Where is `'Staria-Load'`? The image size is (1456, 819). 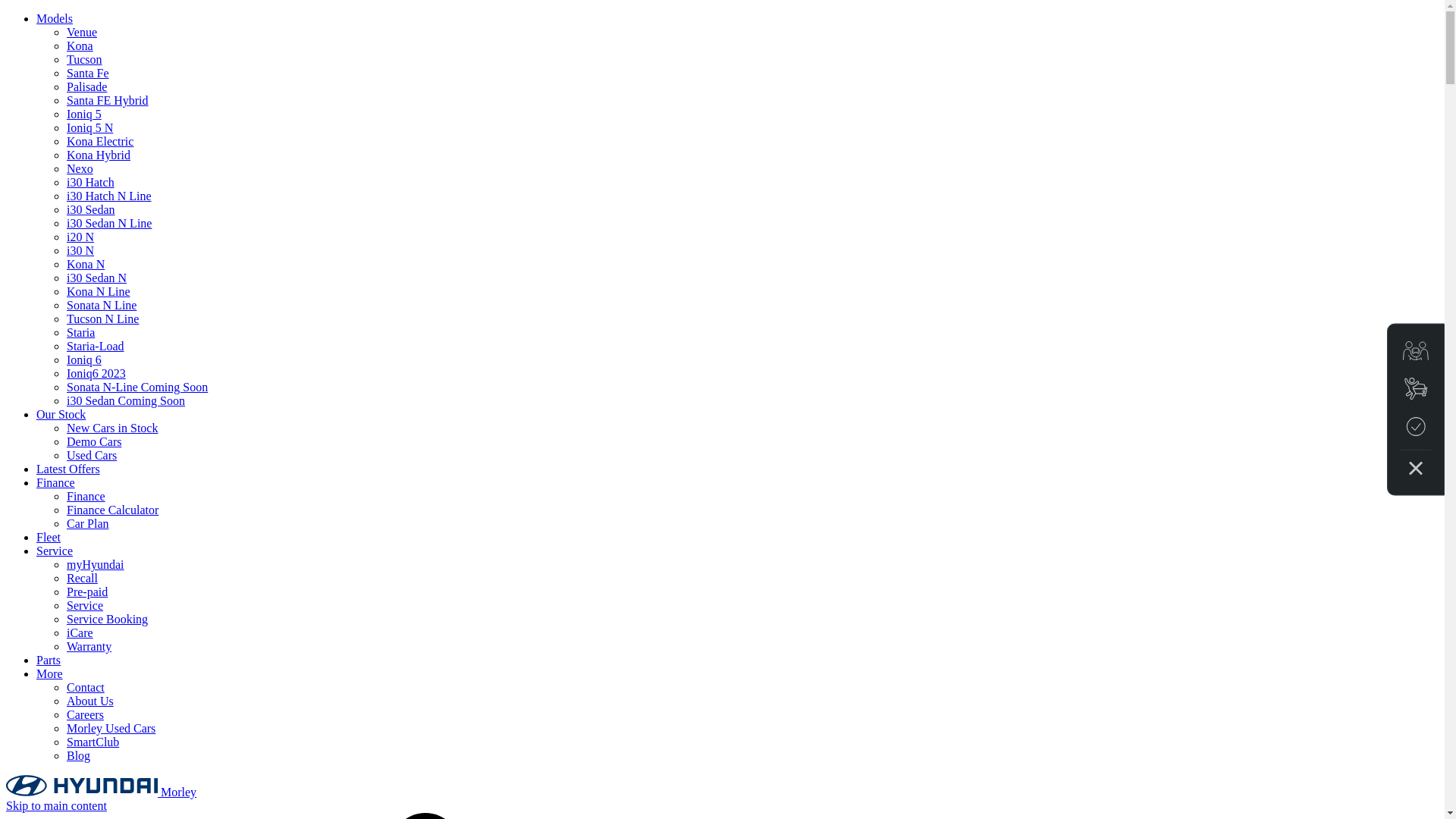 'Staria-Load' is located at coordinates (94, 346).